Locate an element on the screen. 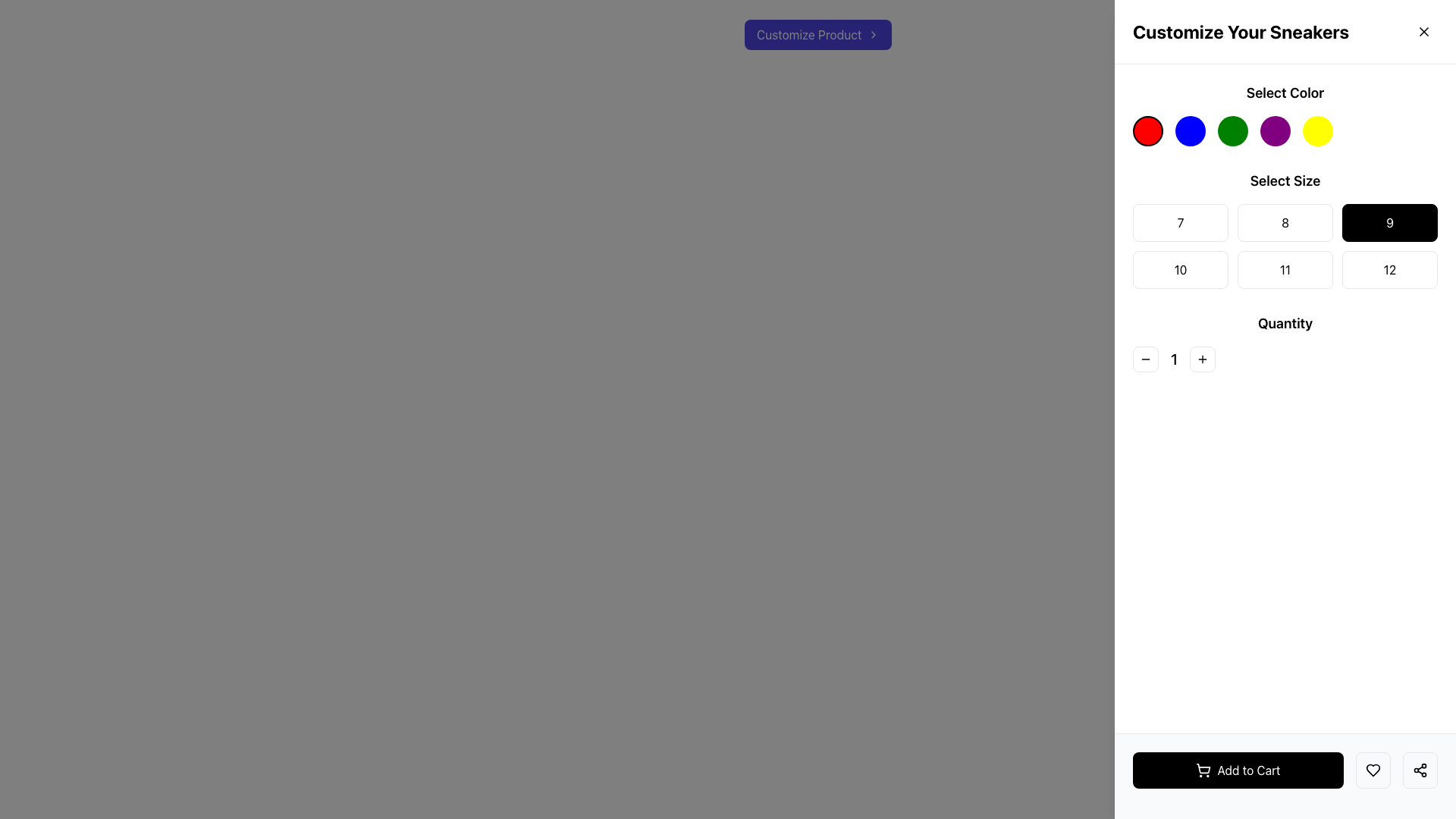 This screenshot has height=819, width=1456. the black rectangular 'Add to Cart' button with rounded corners to observe its style change is located at coordinates (1284, 770).